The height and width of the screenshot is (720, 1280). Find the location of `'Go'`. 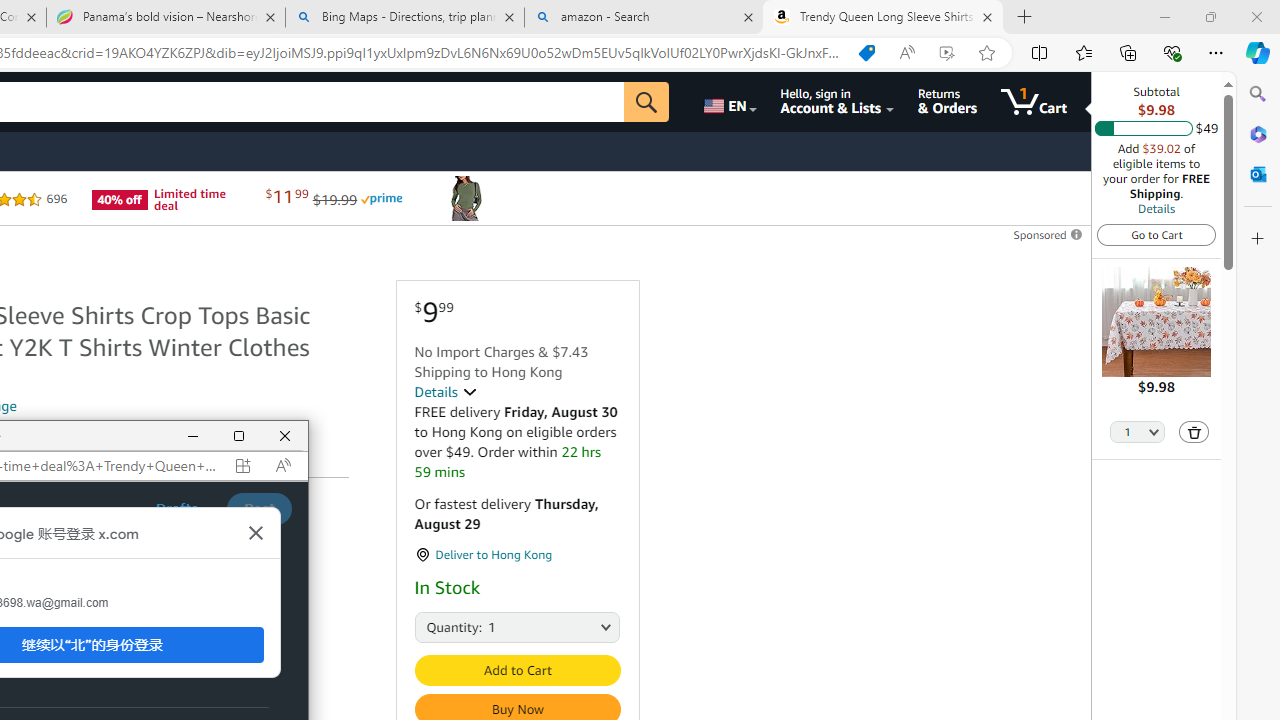

'Go' is located at coordinates (647, 101).